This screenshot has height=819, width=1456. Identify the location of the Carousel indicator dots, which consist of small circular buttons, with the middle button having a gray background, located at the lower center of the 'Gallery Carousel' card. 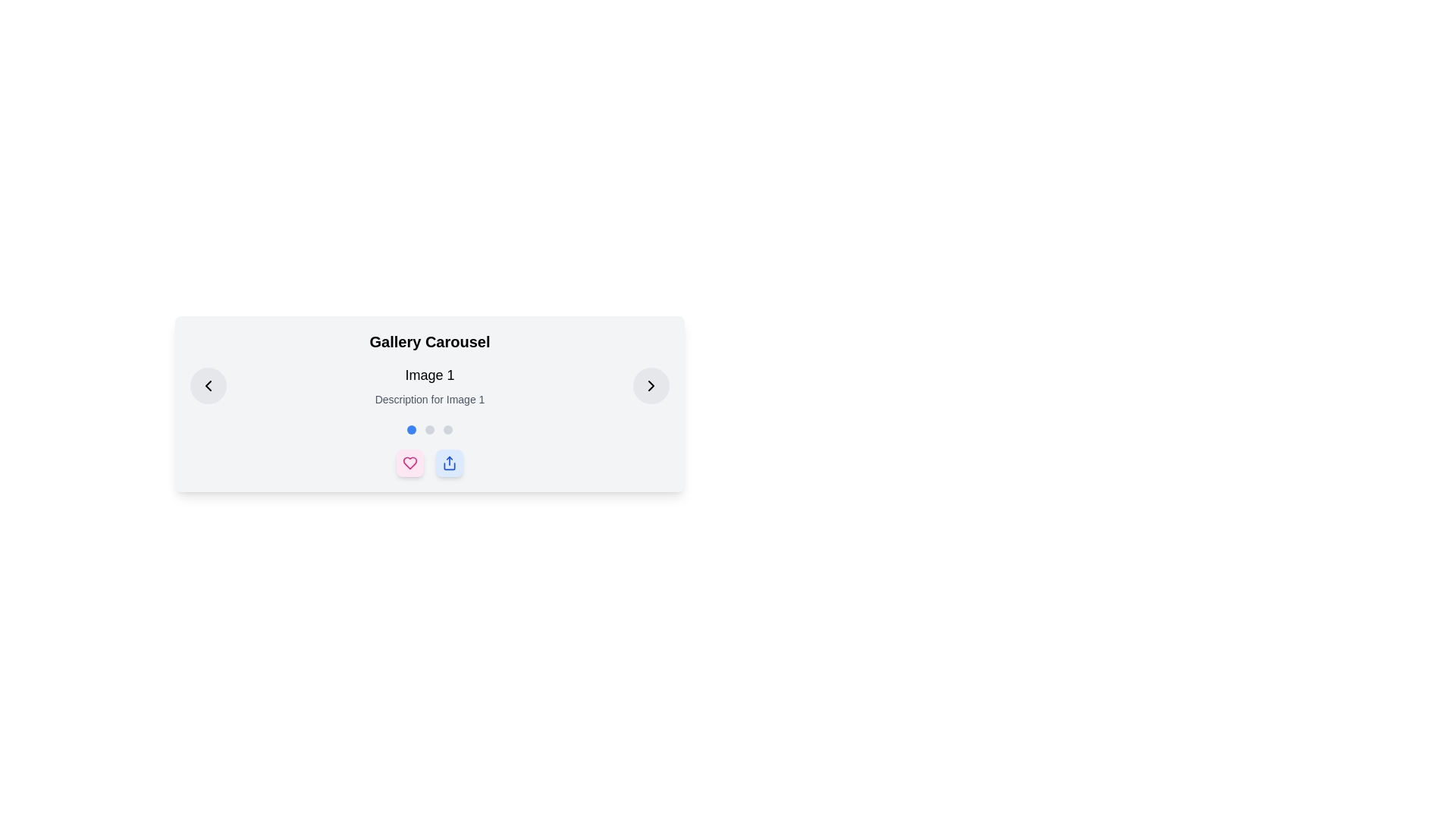
(428, 430).